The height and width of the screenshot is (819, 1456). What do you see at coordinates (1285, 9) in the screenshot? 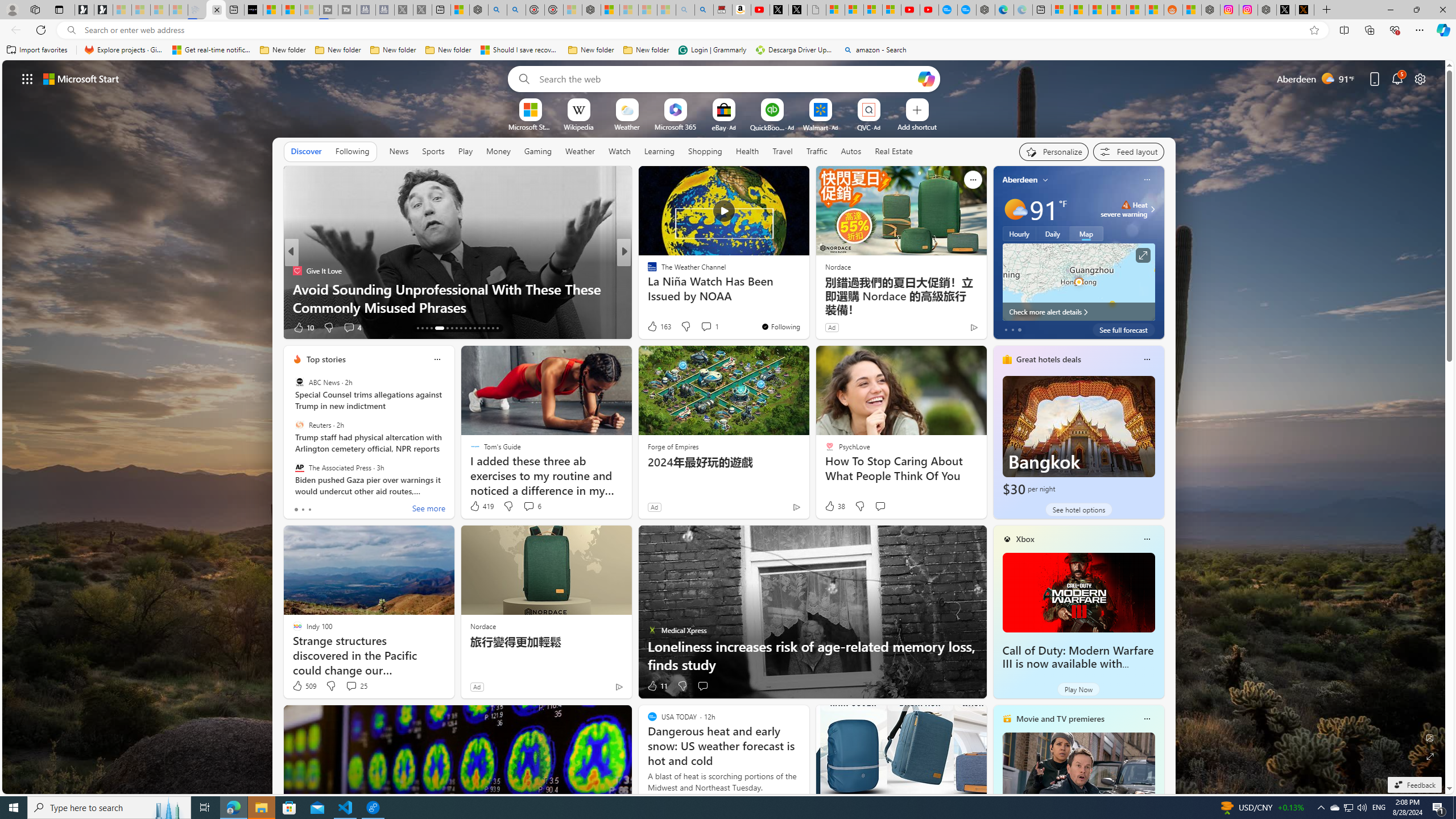
I see `'Nordace (@NordaceOfficial) / X'` at bounding box center [1285, 9].